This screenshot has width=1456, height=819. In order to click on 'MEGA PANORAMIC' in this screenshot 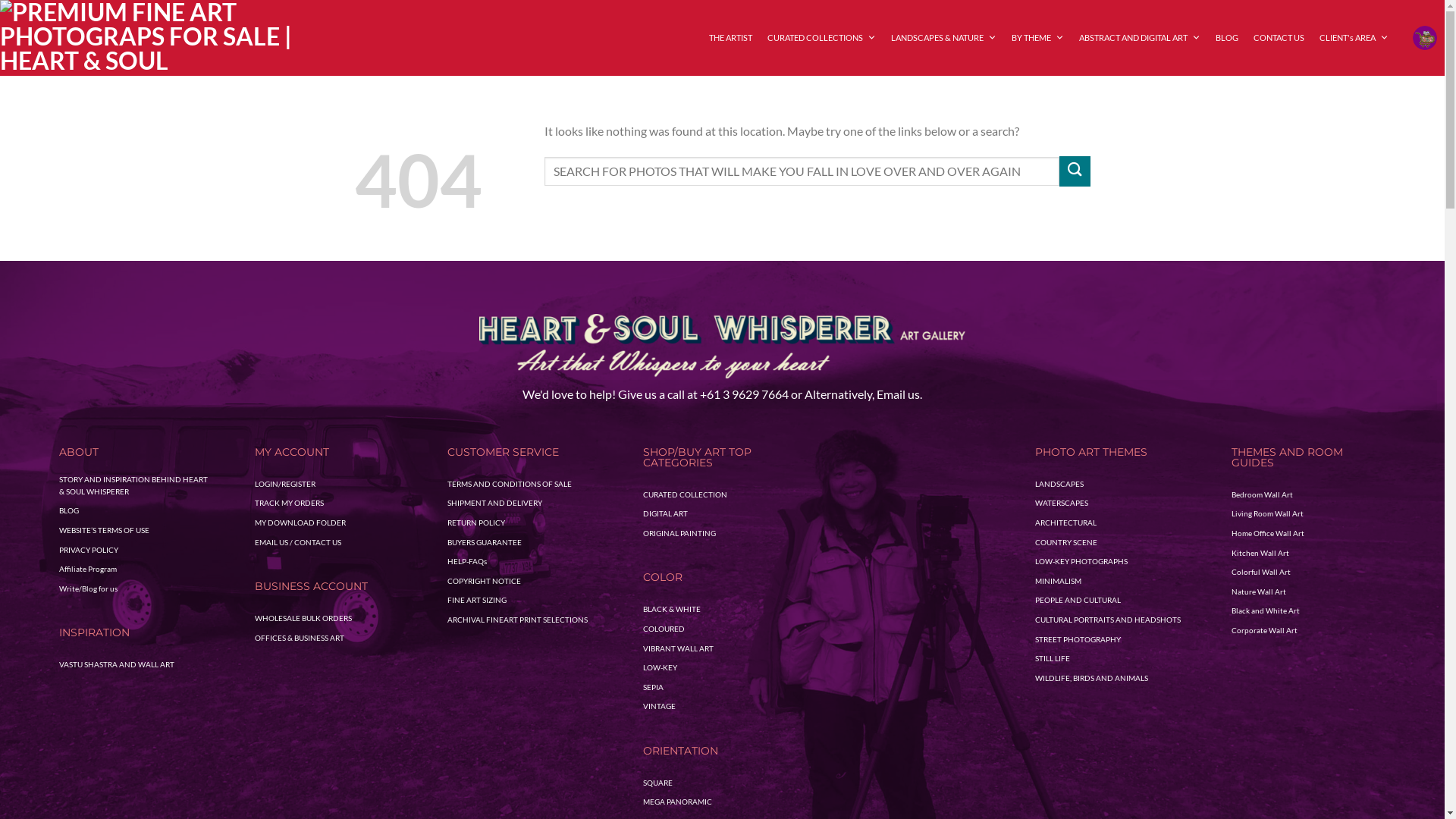, I will do `click(676, 800)`.